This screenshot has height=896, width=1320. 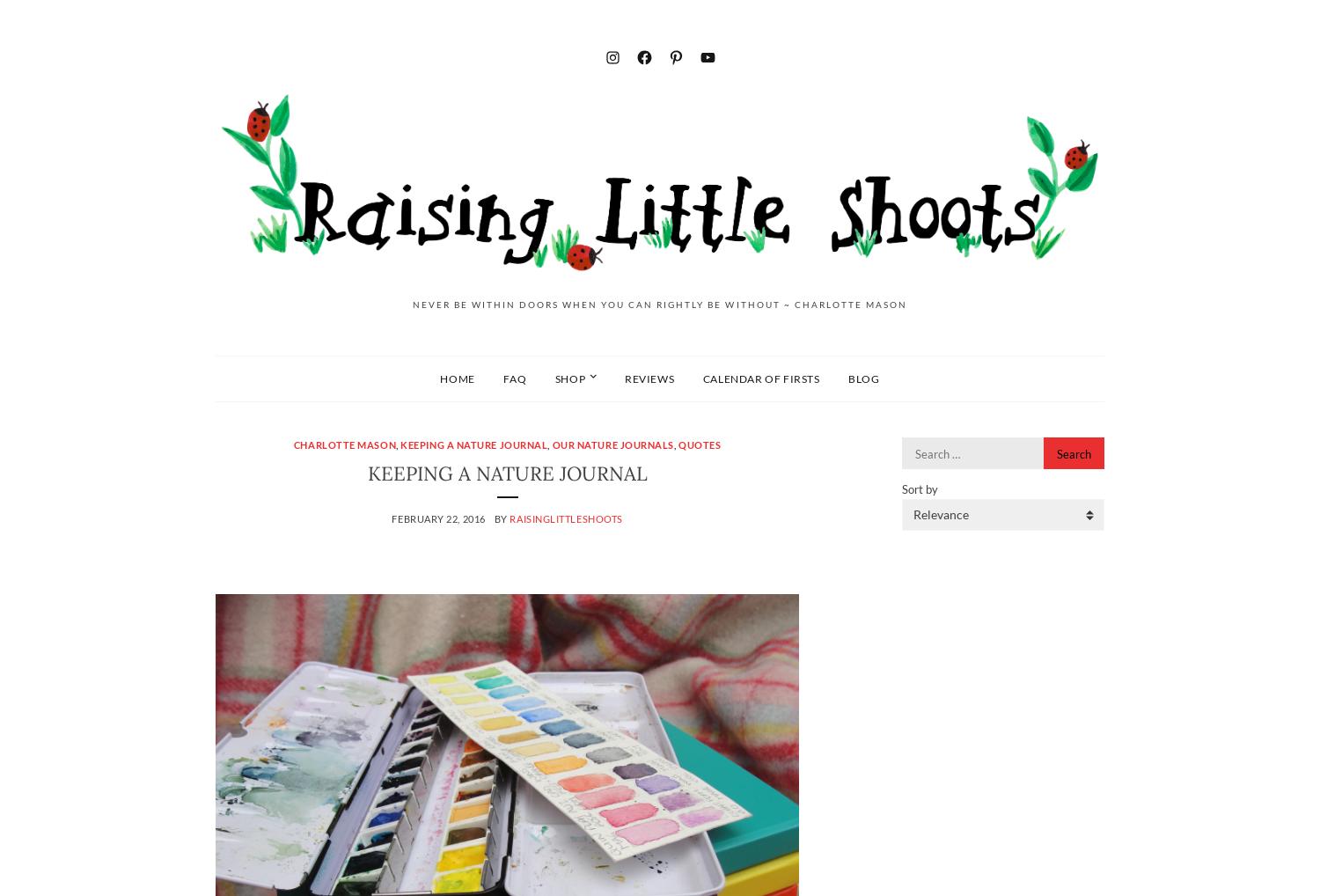 What do you see at coordinates (658, 303) in the screenshot?
I see `'Never be within doors when you can rightly be without ~ Charlotte Mason'` at bounding box center [658, 303].